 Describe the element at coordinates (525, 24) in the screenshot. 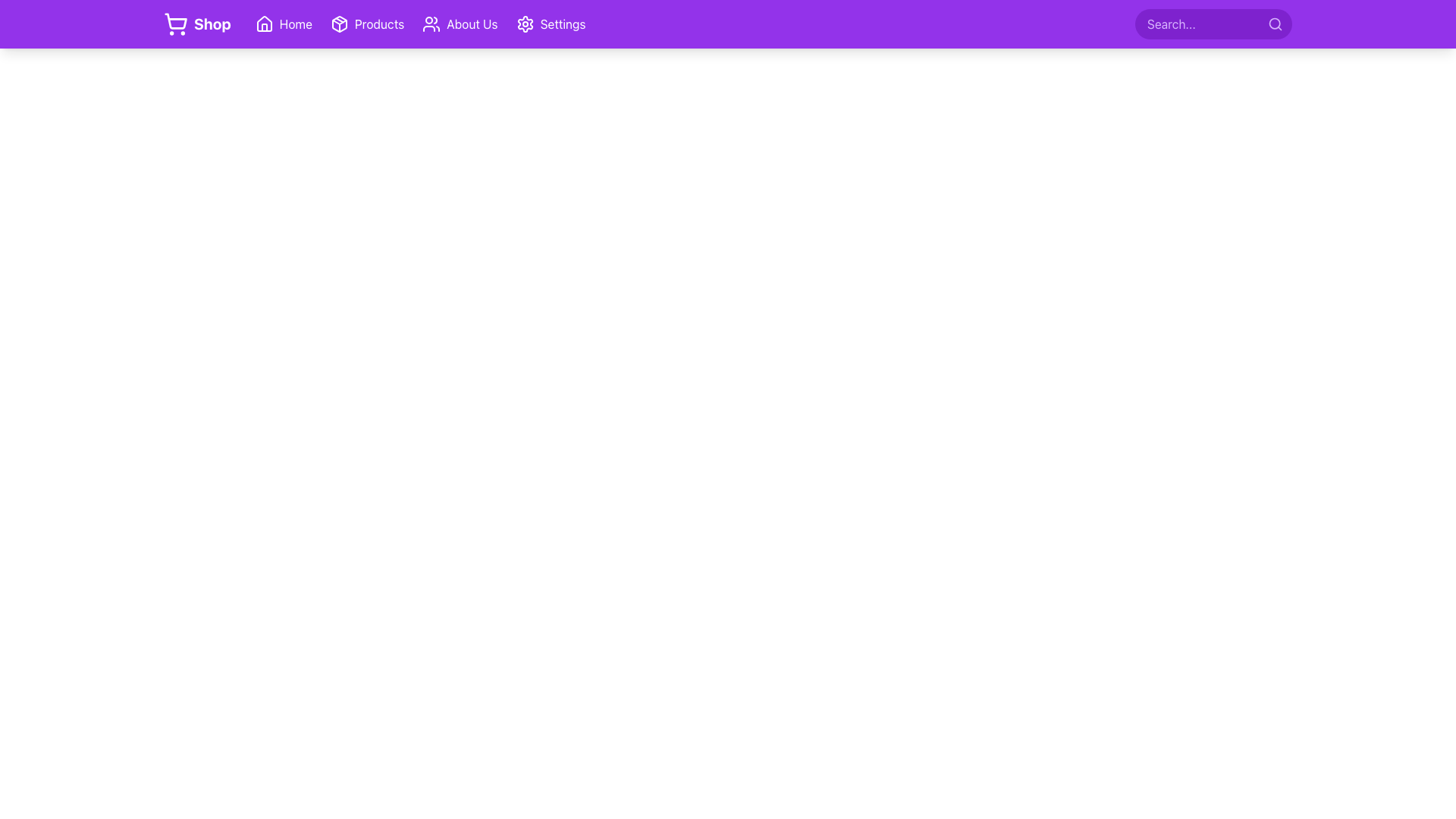

I see `the decorative graphic within the settings icon located at the far right of the navigation bar` at that location.